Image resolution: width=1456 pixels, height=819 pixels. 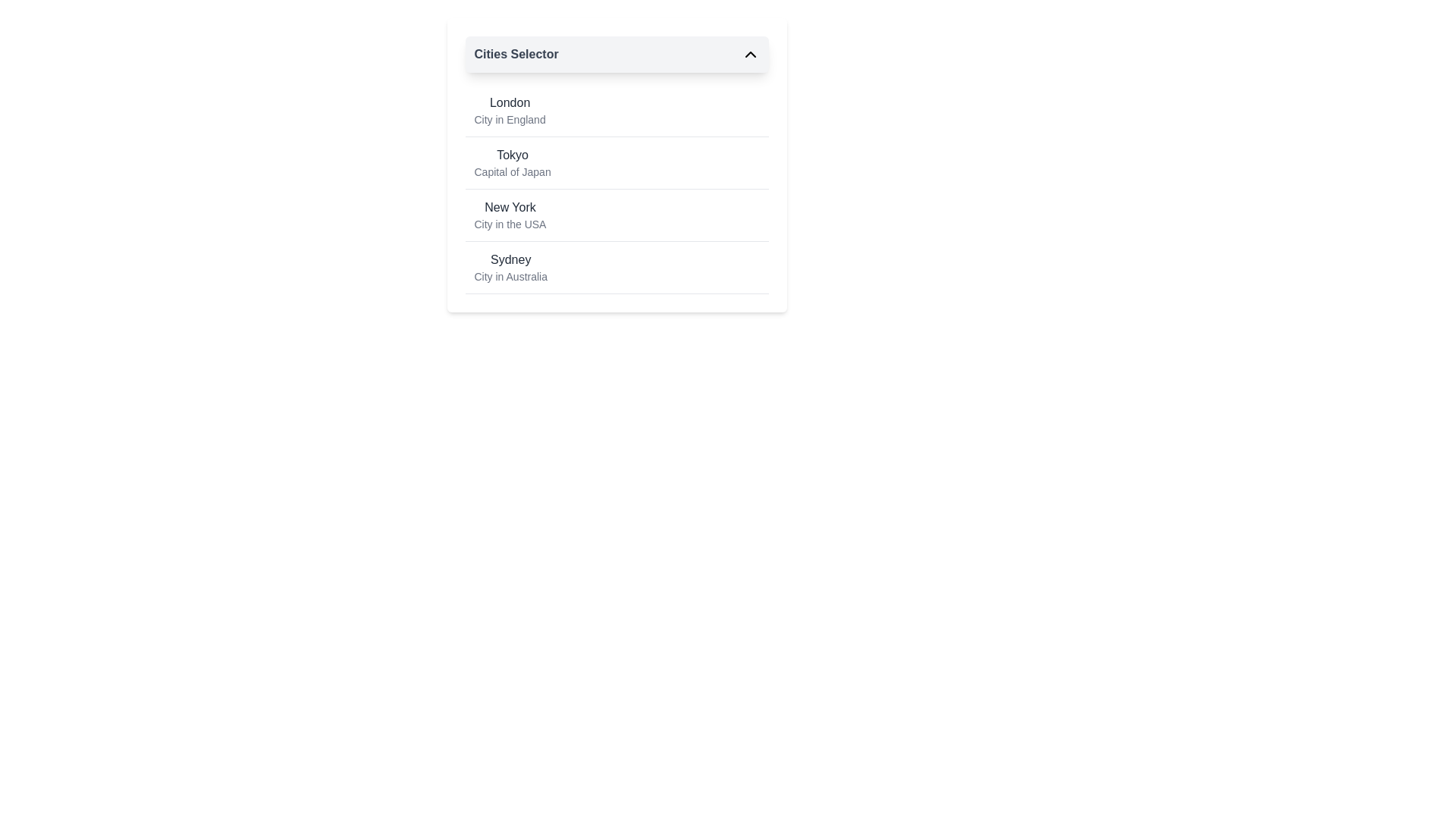 I want to click on the text label displaying the word 'London', so click(x=510, y=102).